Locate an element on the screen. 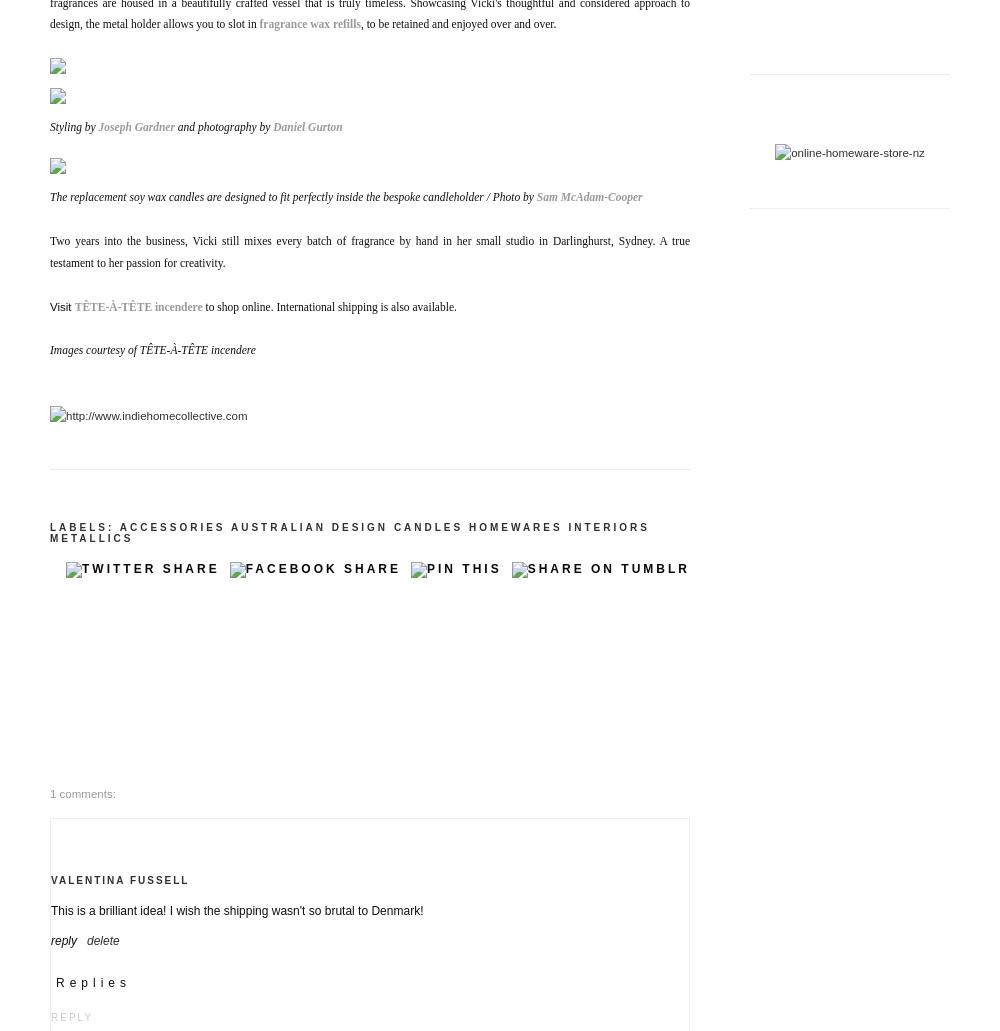  'Joseph Gardner' is located at coordinates (136, 124).